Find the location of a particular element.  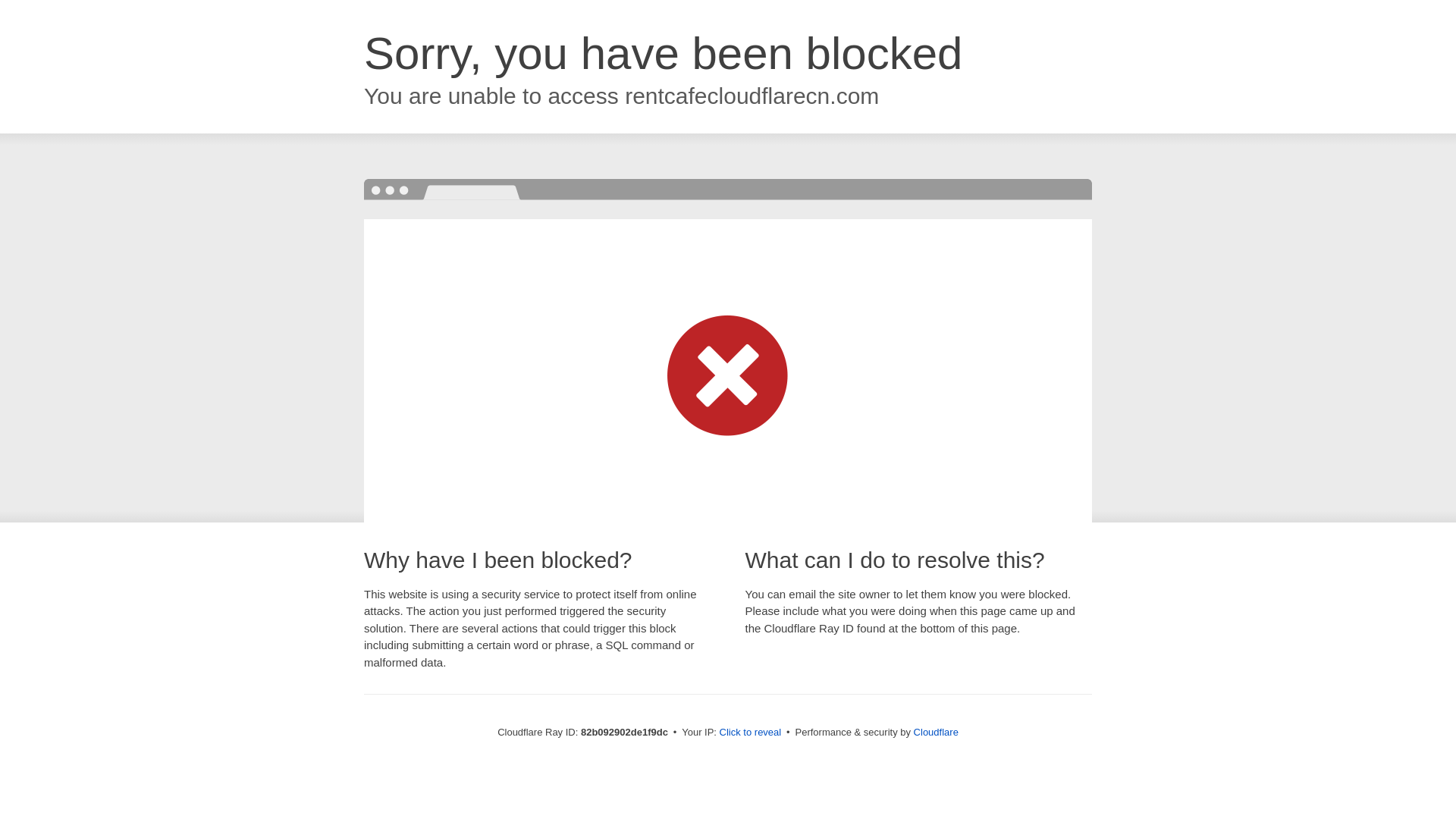

'Click to reveal' is located at coordinates (750, 731).